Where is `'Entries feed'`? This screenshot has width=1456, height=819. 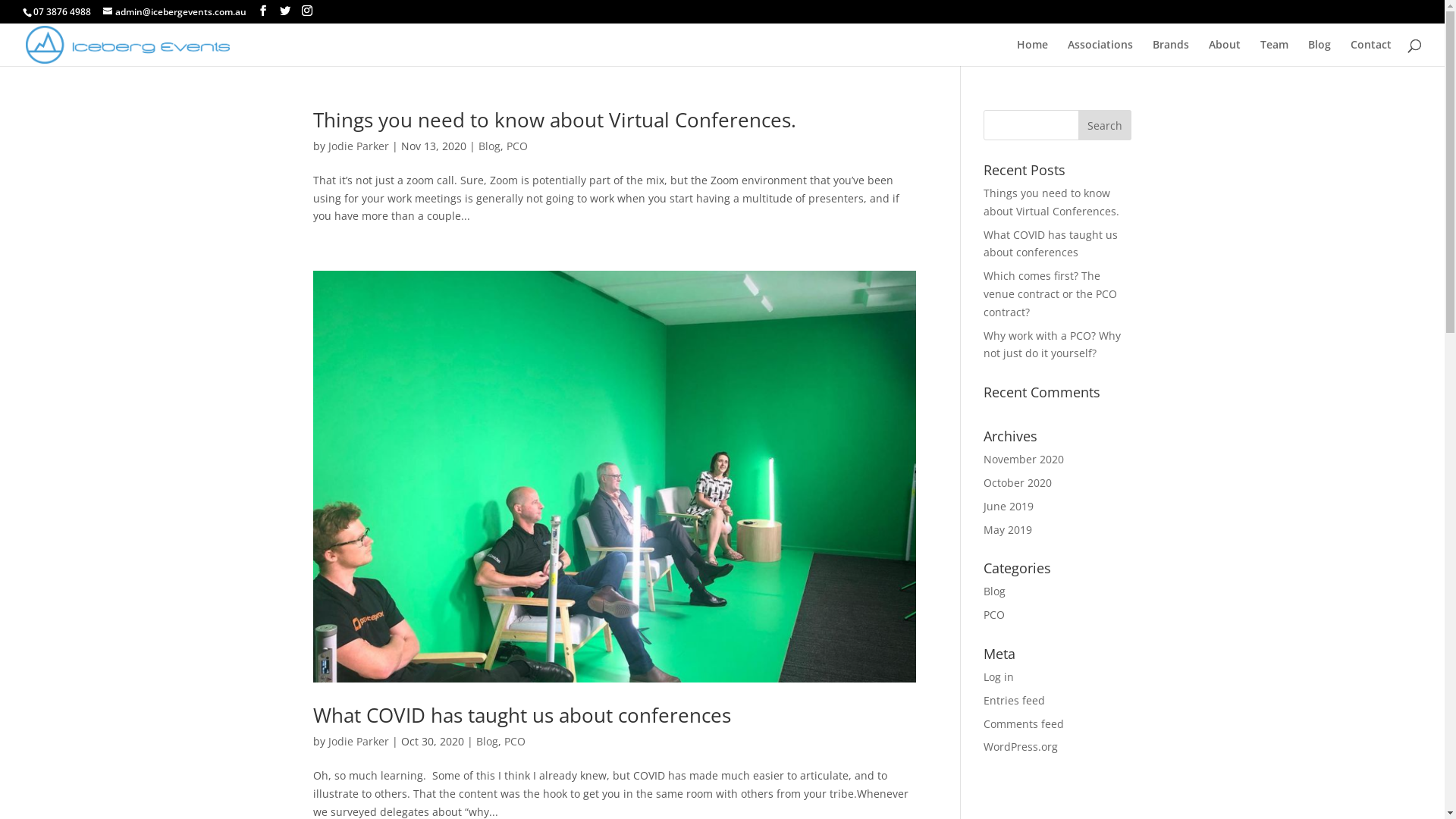
'Entries feed' is located at coordinates (1014, 700).